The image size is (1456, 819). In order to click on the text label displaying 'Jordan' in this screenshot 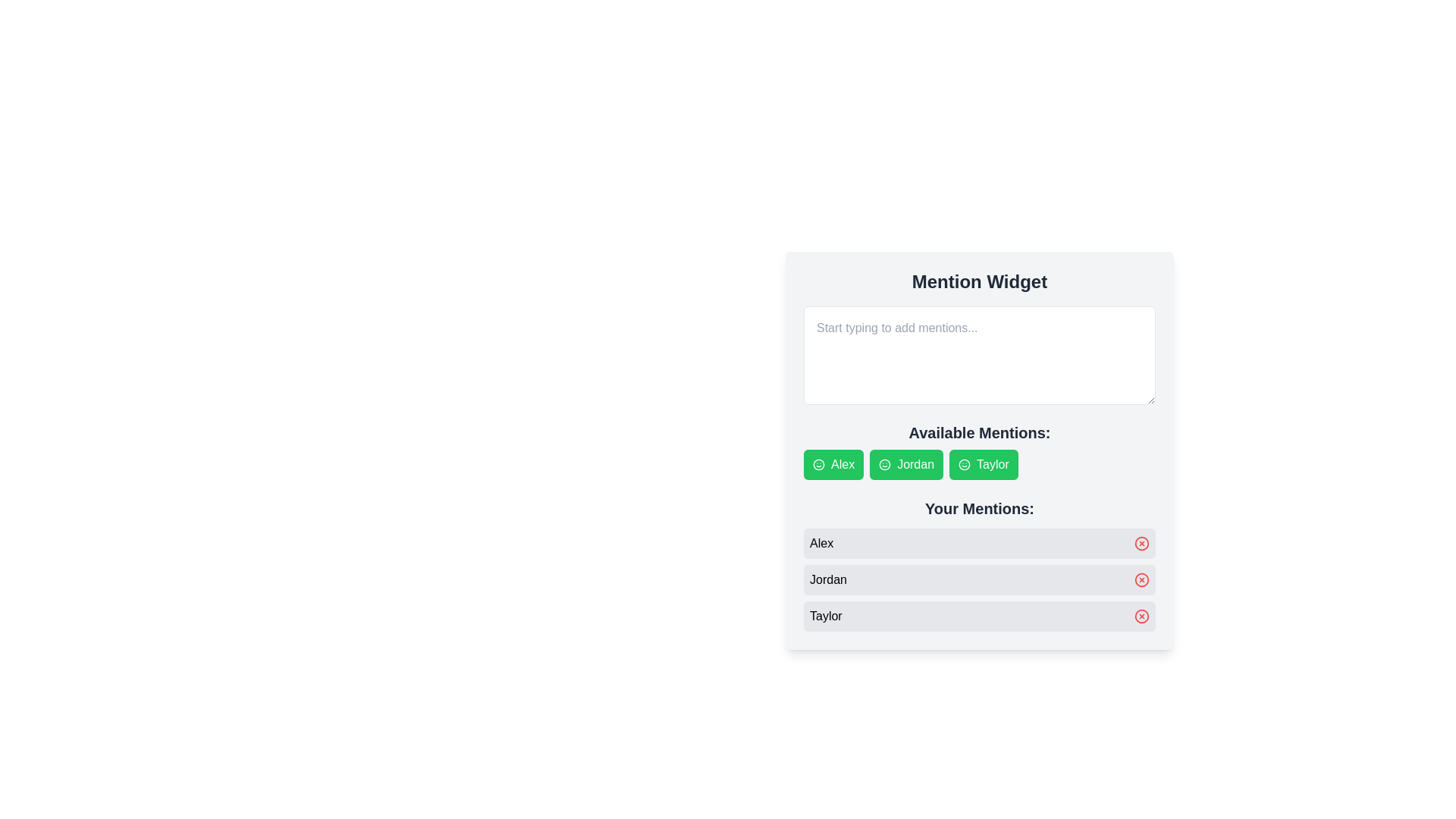, I will do `click(827, 579)`.